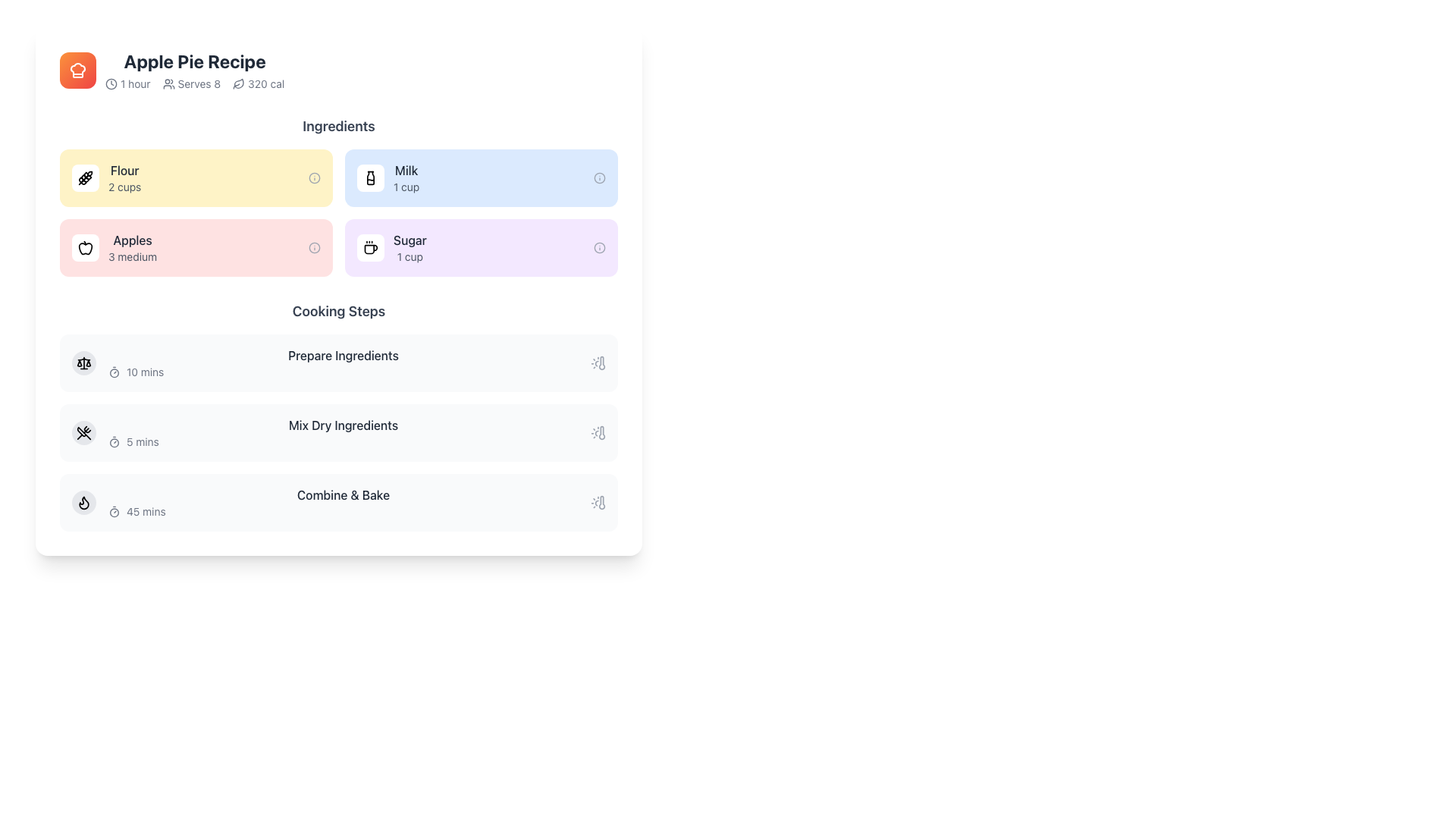  What do you see at coordinates (83, 432) in the screenshot?
I see `the crossed utensils icon within the circular button that indicates the 'Mix Dry Ingredients' step in the cooking steps list` at bounding box center [83, 432].